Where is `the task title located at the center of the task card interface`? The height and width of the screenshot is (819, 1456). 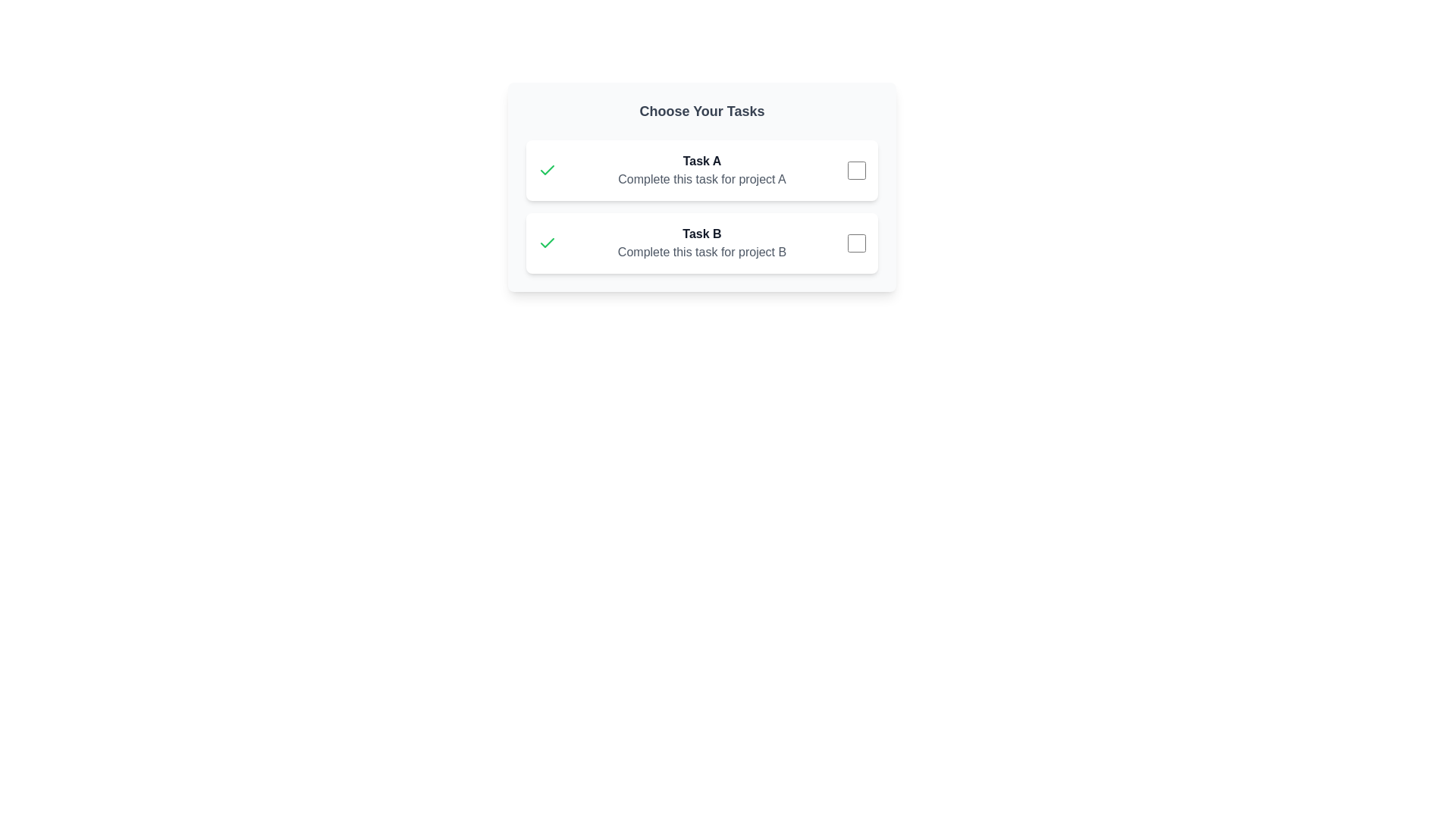 the task title located at the center of the task card interface is located at coordinates (701, 186).